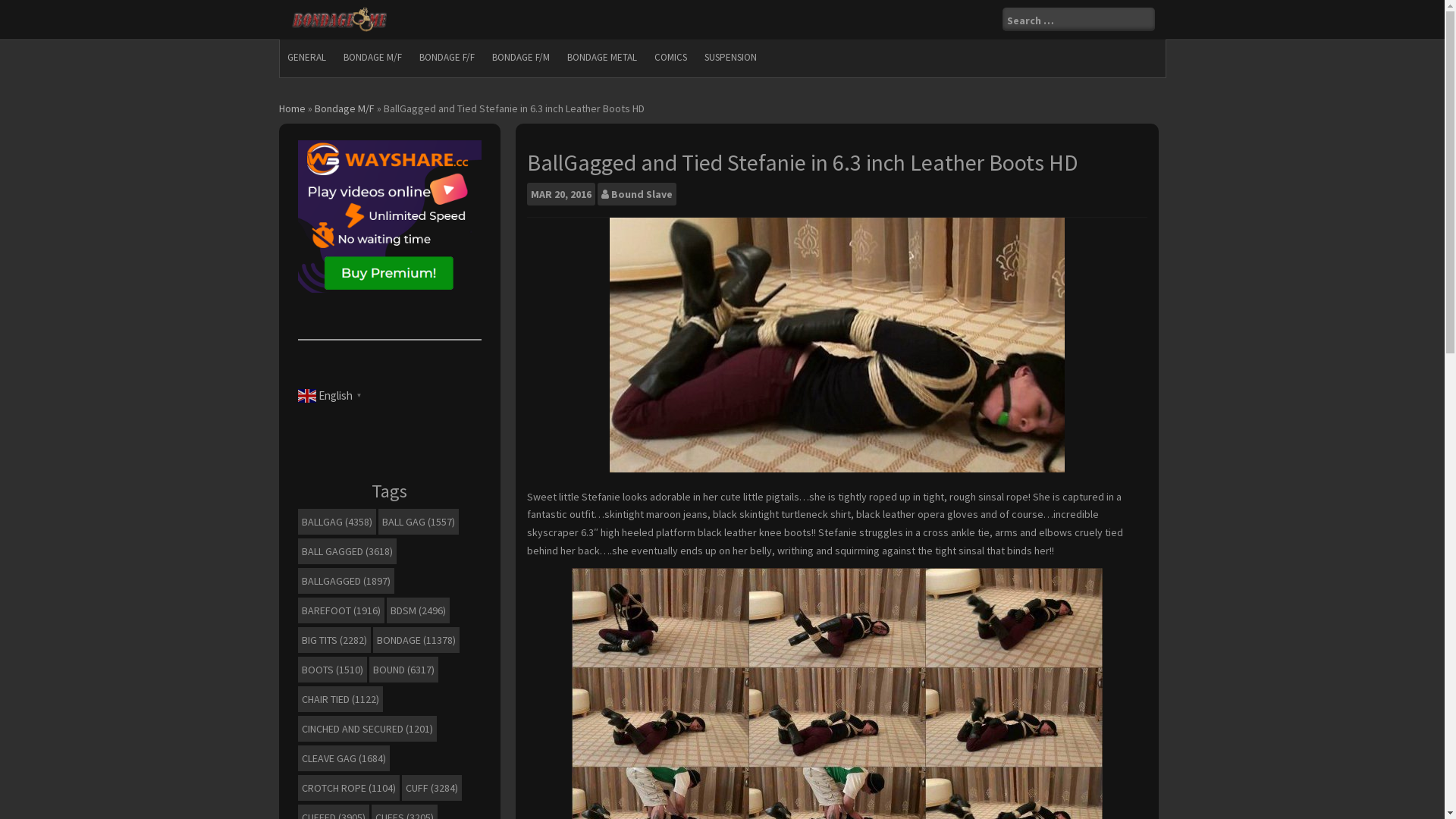 This screenshot has width=1456, height=819. What do you see at coordinates (279, 107) in the screenshot?
I see `'Home'` at bounding box center [279, 107].